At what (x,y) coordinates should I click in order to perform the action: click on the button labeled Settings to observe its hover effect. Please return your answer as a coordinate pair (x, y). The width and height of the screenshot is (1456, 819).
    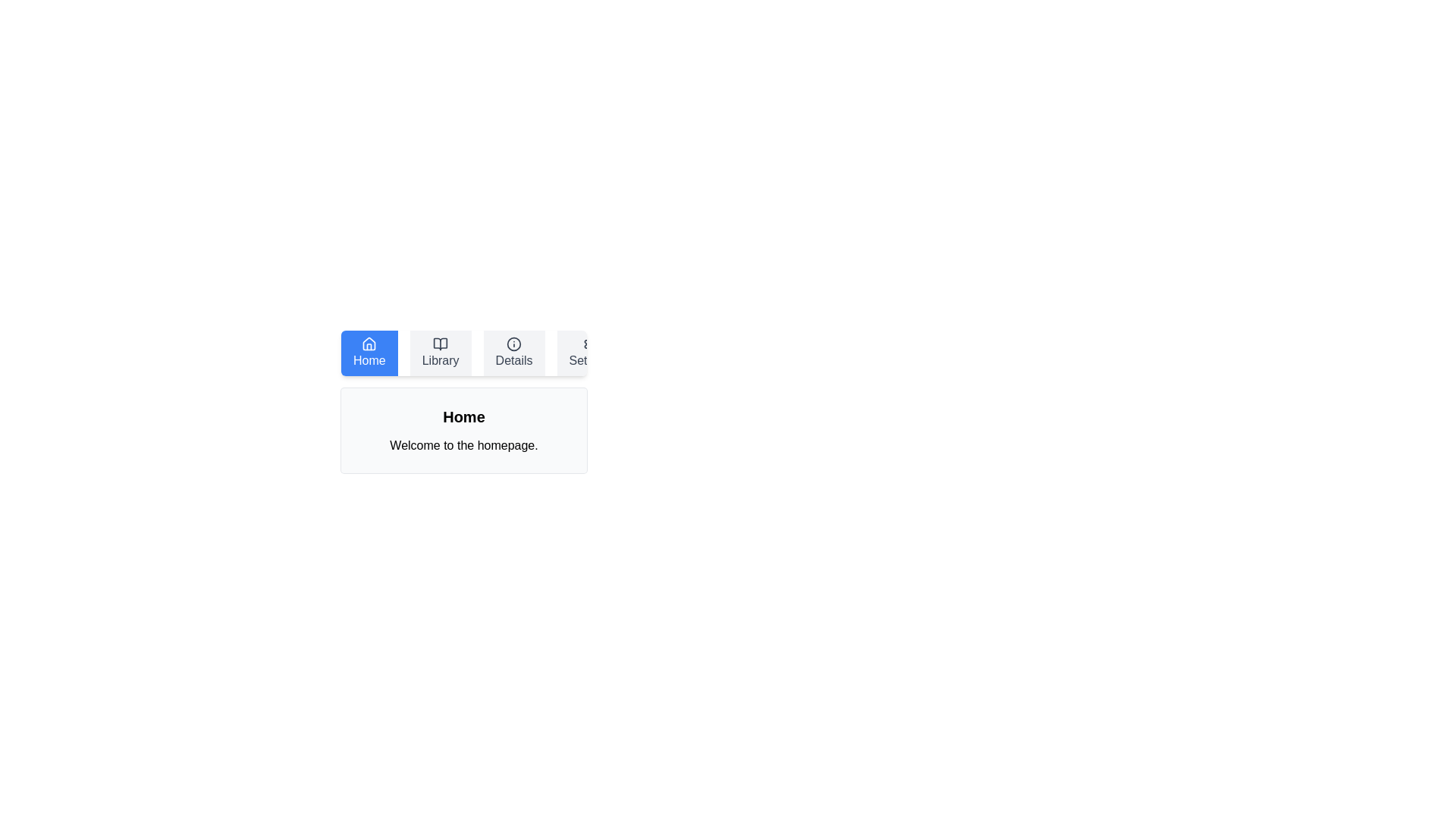
    Looking at the image, I should click on (590, 353).